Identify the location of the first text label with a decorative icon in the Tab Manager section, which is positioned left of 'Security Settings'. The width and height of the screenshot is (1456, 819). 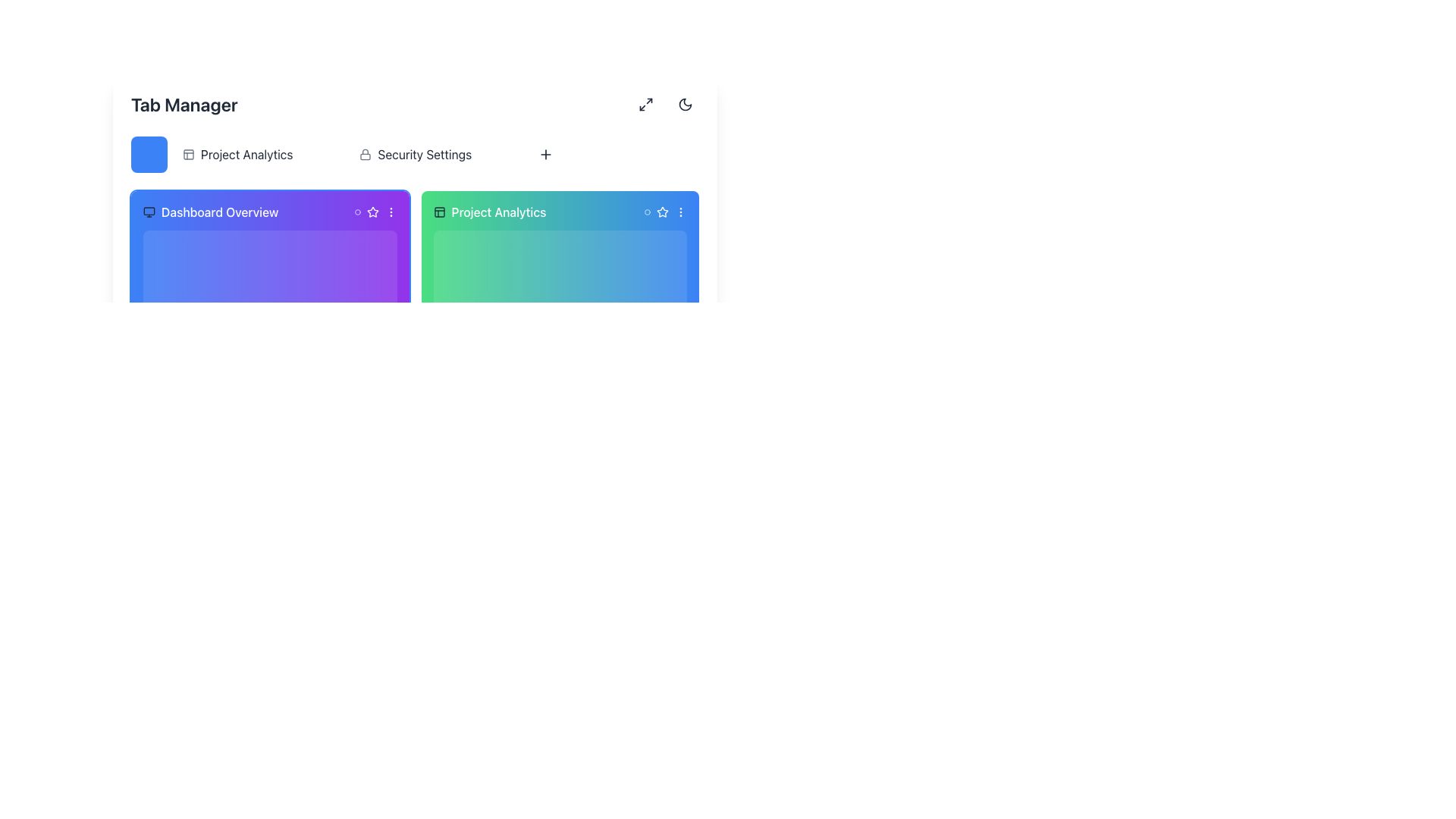
(489, 212).